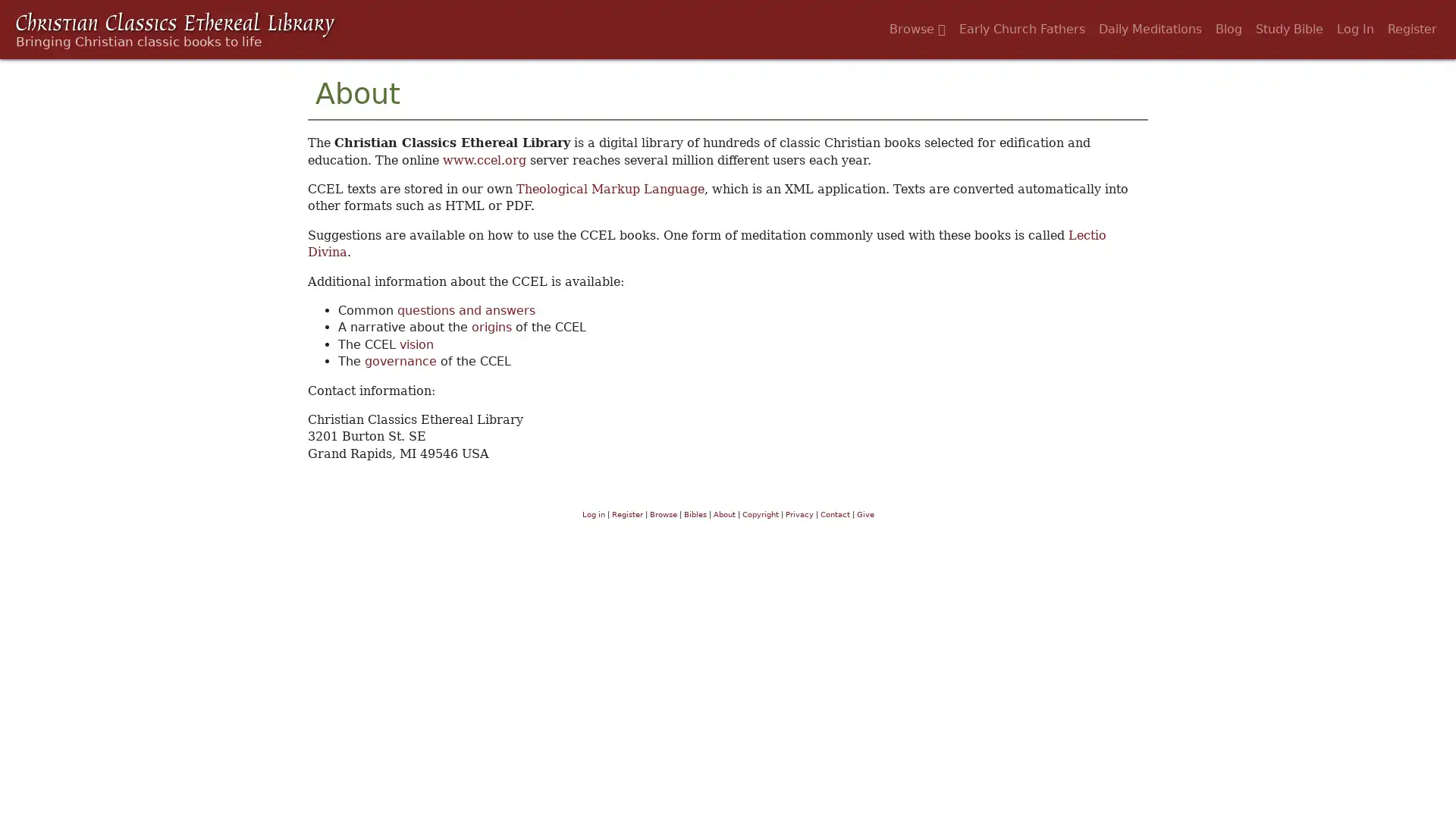 The width and height of the screenshot is (1456, 819). Describe the element at coordinates (1355, 29) in the screenshot. I see `Log In` at that location.